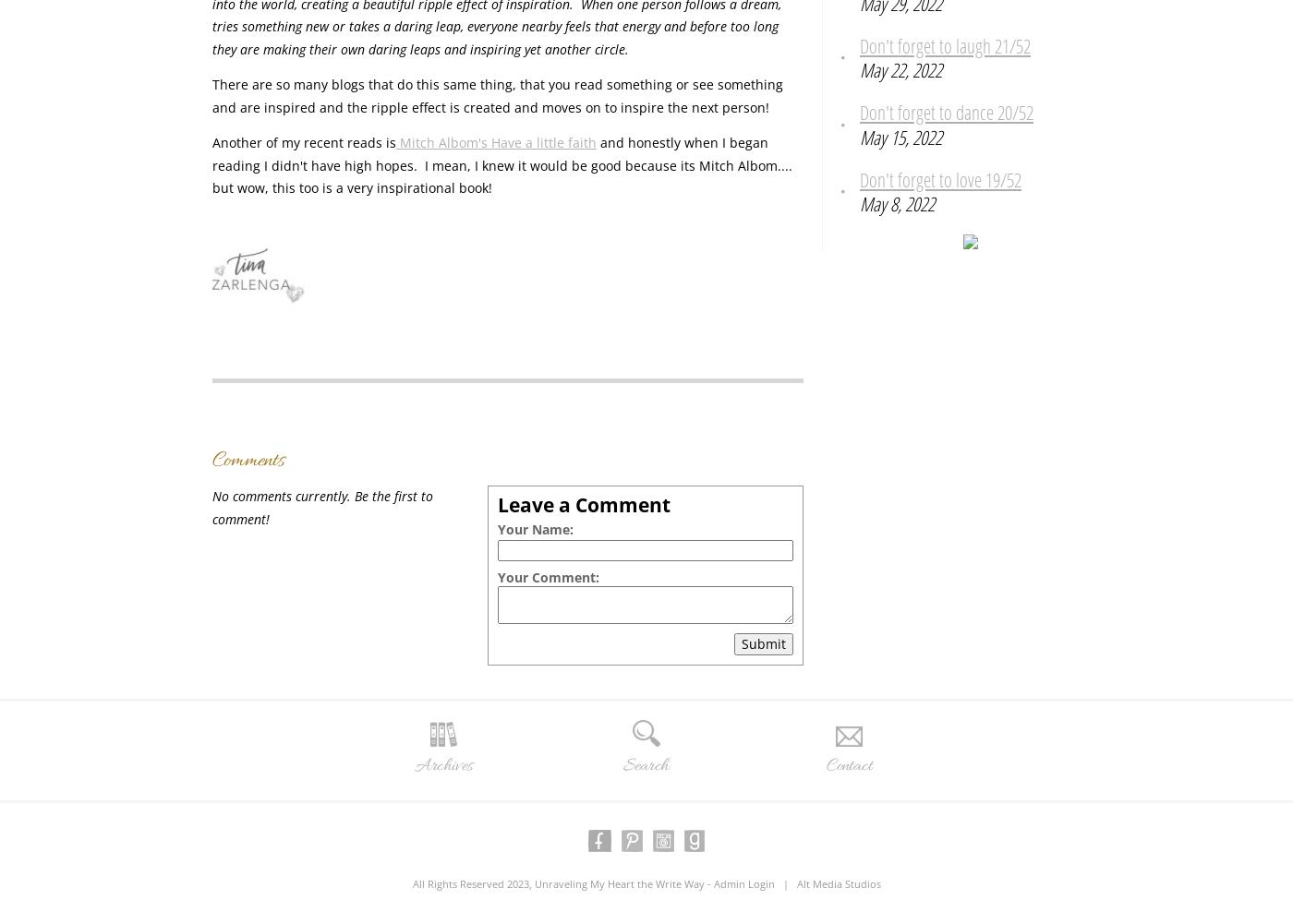 This screenshot has height=924, width=1293. Describe the element at coordinates (498, 504) in the screenshot. I see `'Leave a Comment'` at that location.